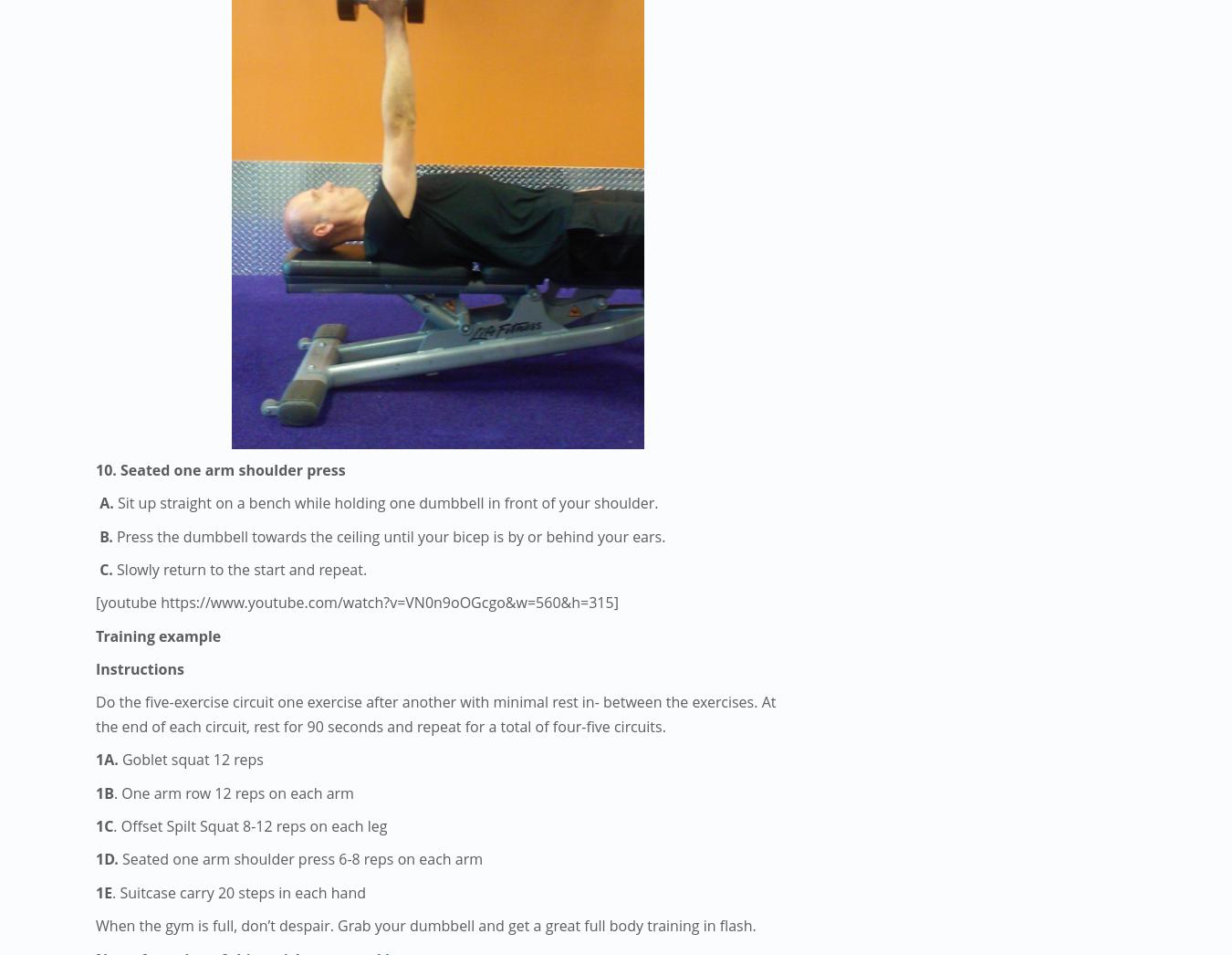 This screenshot has width=1232, height=955. What do you see at coordinates (95, 602) in the screenshot?
I see `'[youtube https://www.youtube.com/watch?v=VN0n9oOGcgo&w=560&h=315]'` at bounding box center [95, 602].